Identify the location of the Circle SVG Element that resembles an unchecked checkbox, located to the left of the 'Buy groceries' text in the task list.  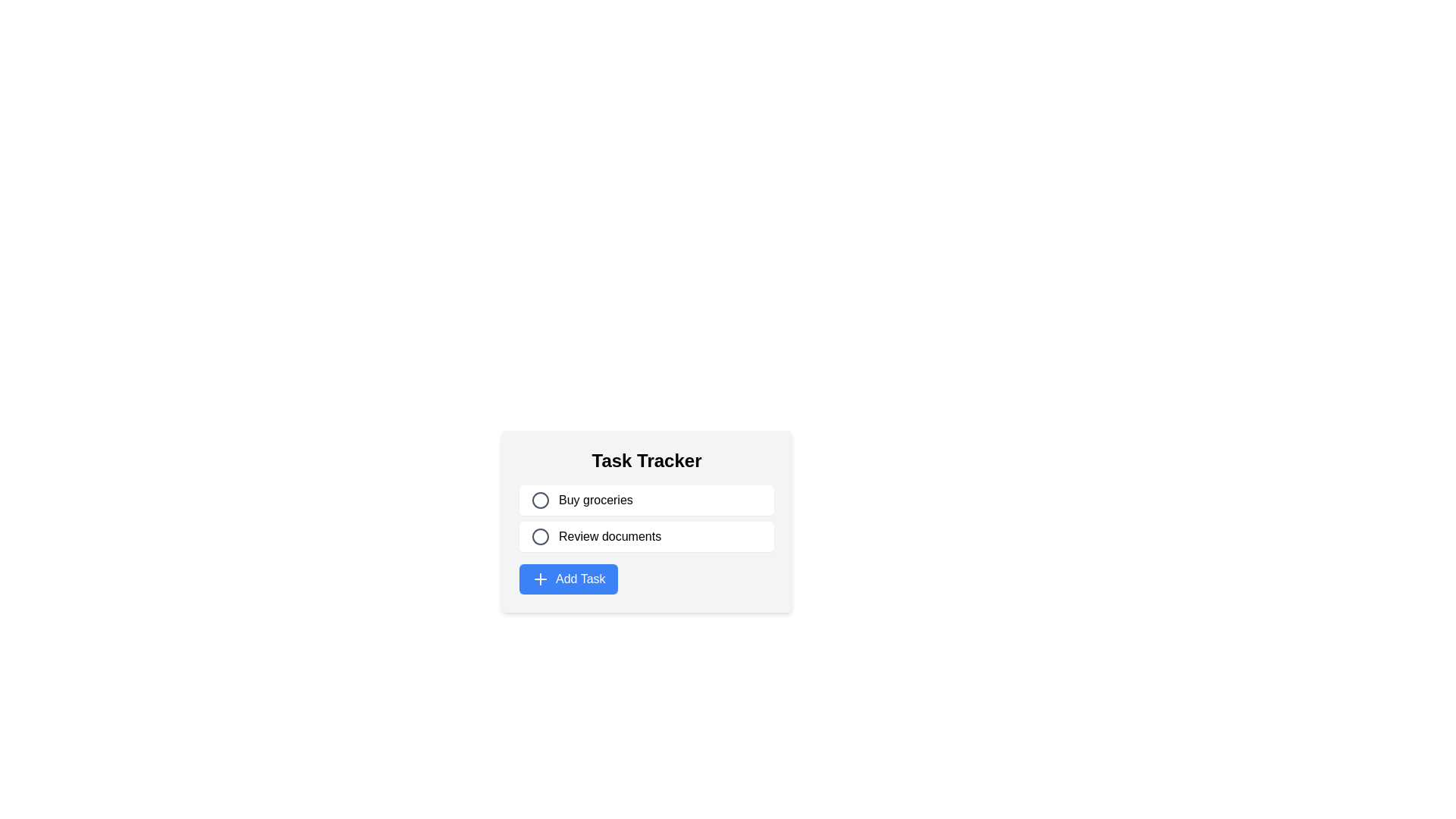
(541, 500).